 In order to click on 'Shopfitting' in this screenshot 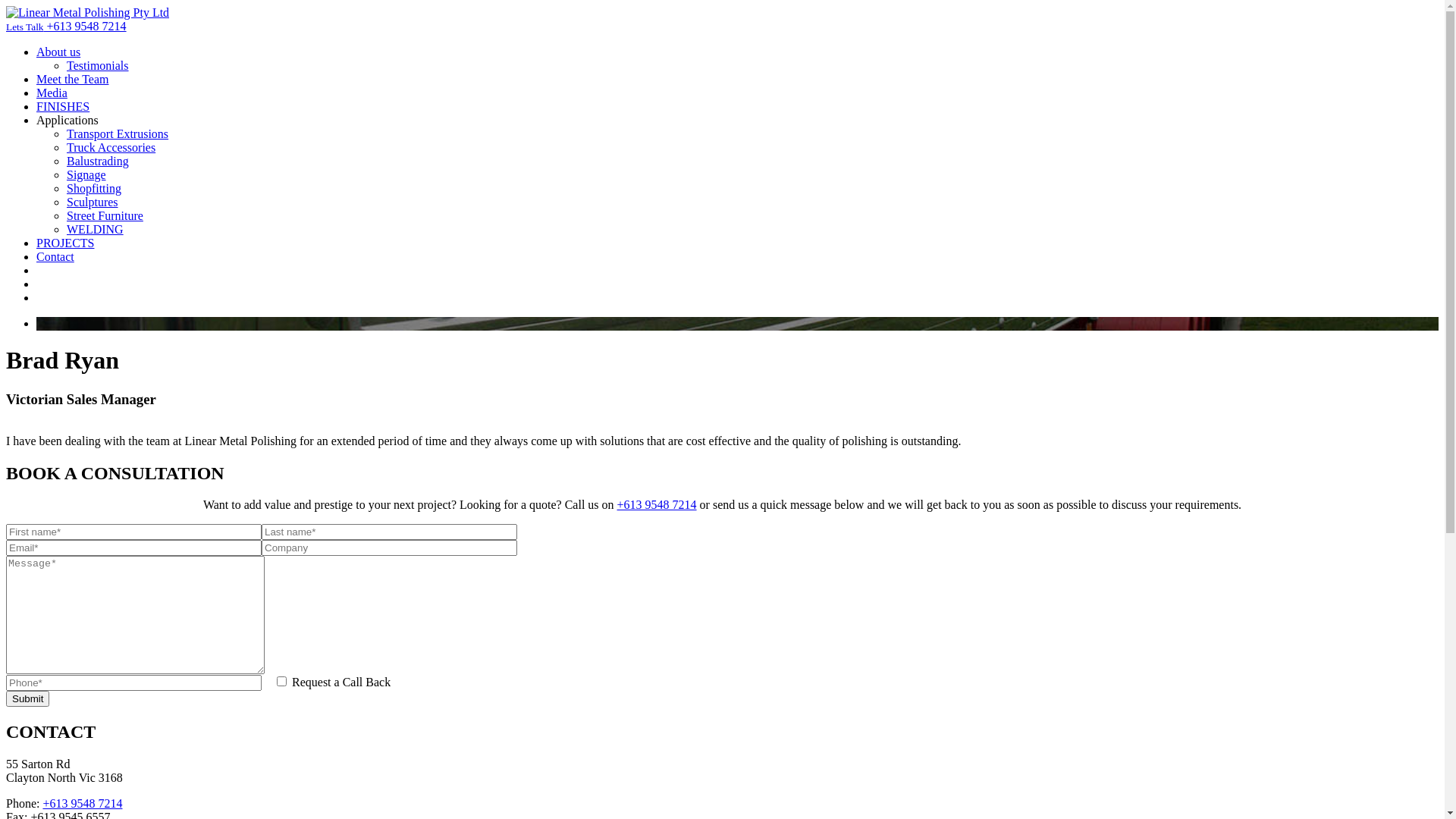, I will do `click(93, 187)`.